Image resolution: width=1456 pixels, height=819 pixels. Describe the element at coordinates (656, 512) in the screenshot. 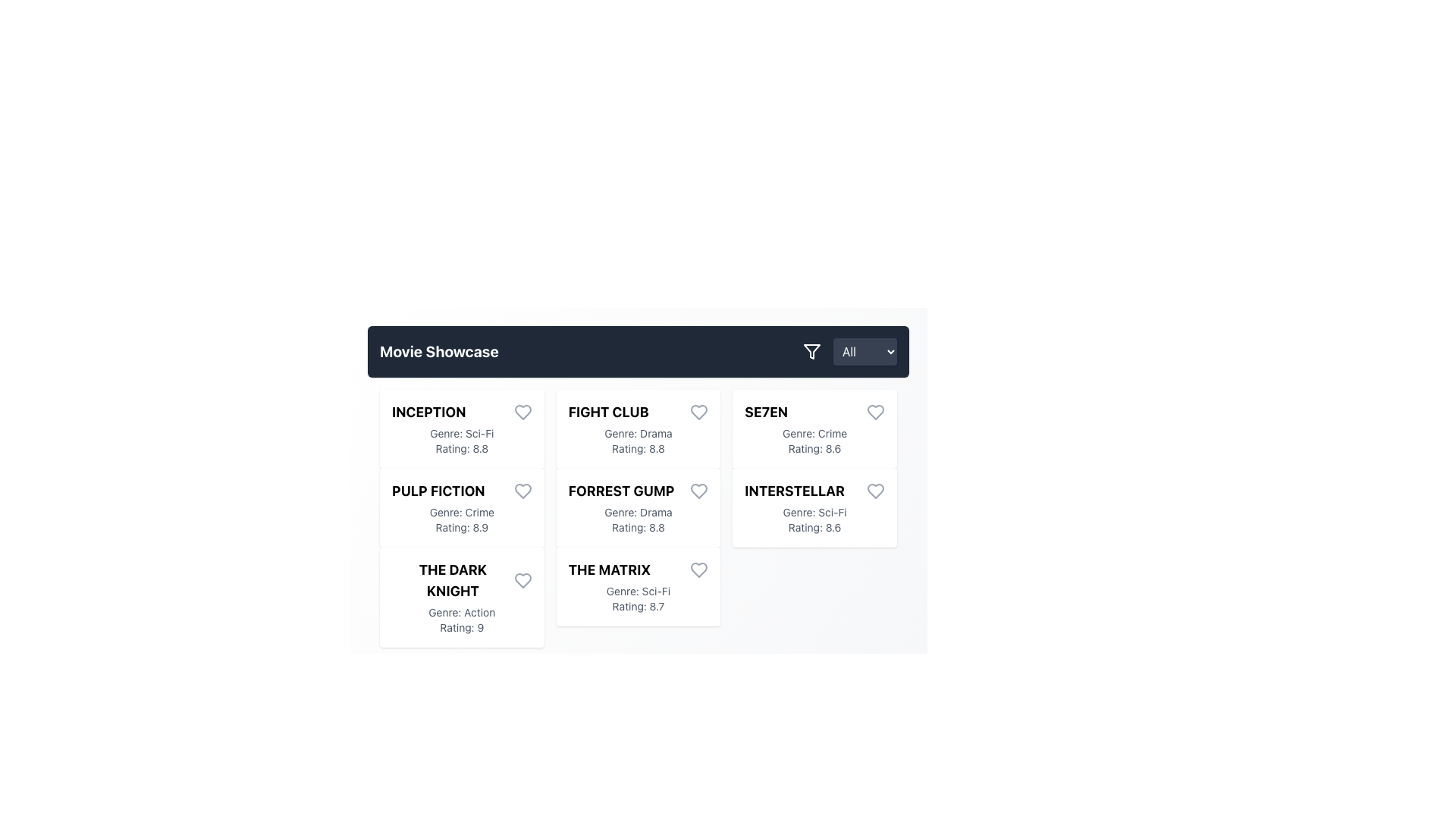

I see `text label displaying 'Drama' in gray font, located beneath the title 'FORREST GUMP' in the second row, third cell of the grid layout` at that location.